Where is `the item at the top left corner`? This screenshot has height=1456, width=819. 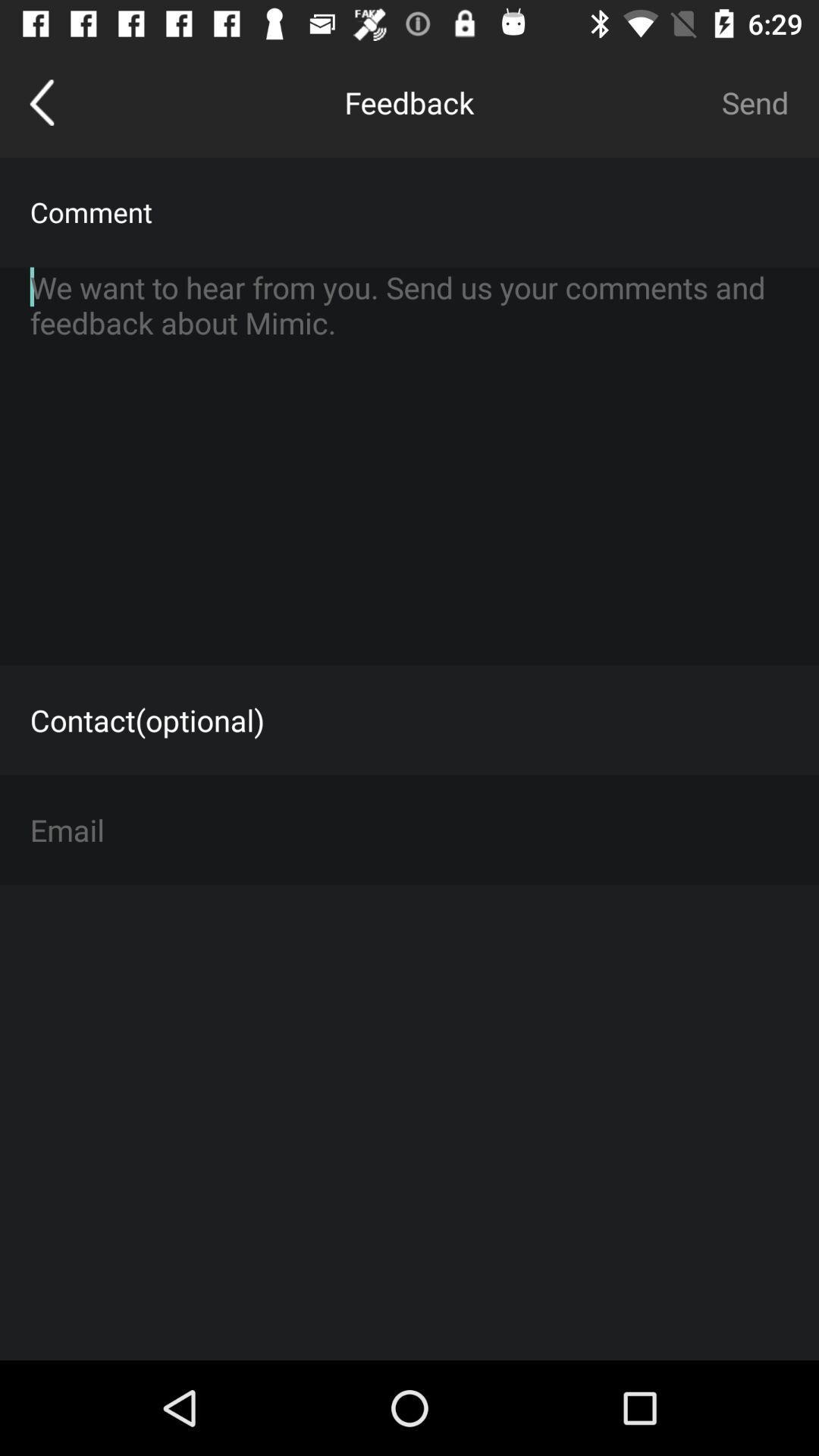 the item at the top left corner is located at coordinates (41, 102).